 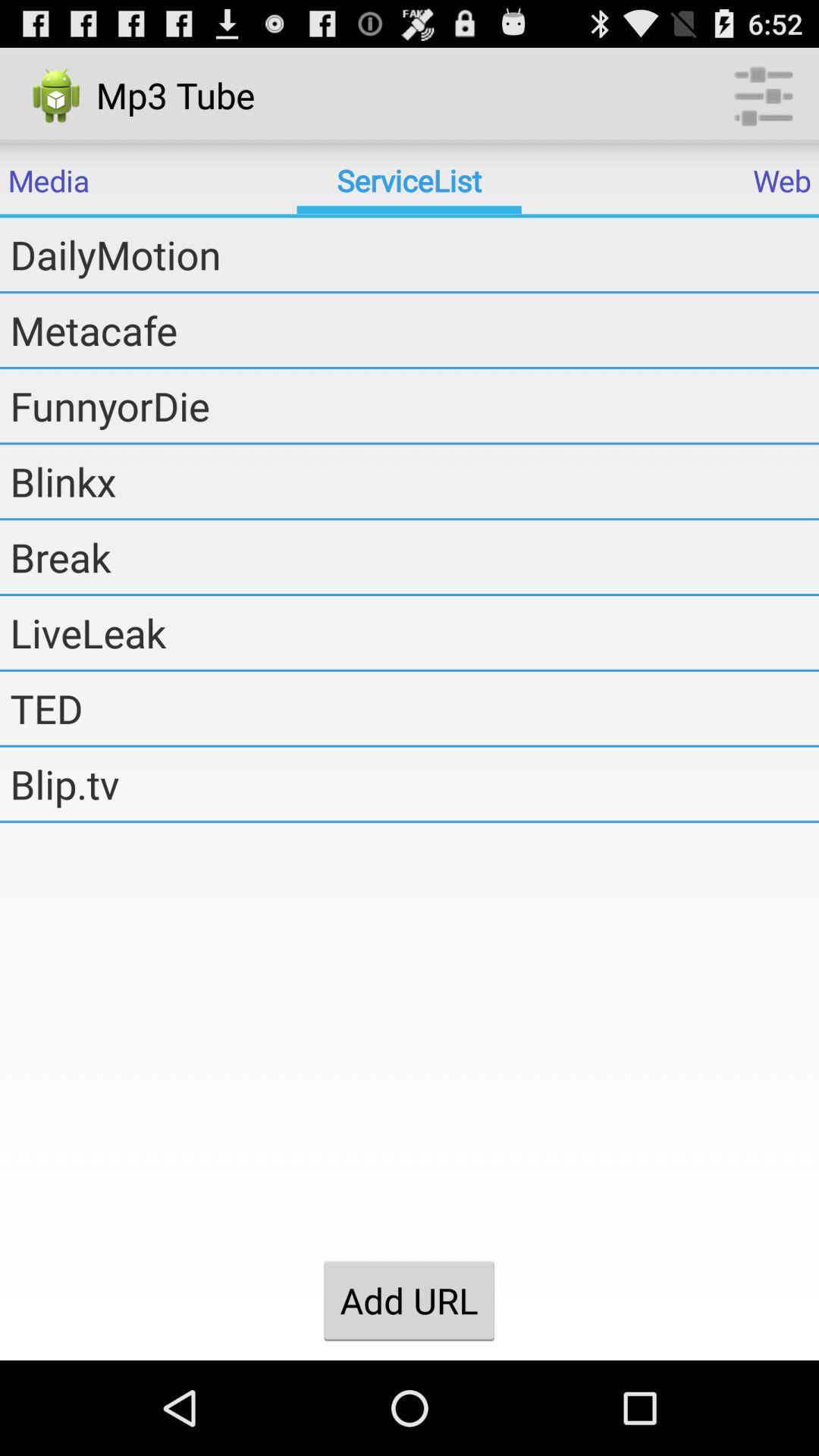 I want to click on the icon to the right of the mp3 tube item, so click(x=763, y=94).